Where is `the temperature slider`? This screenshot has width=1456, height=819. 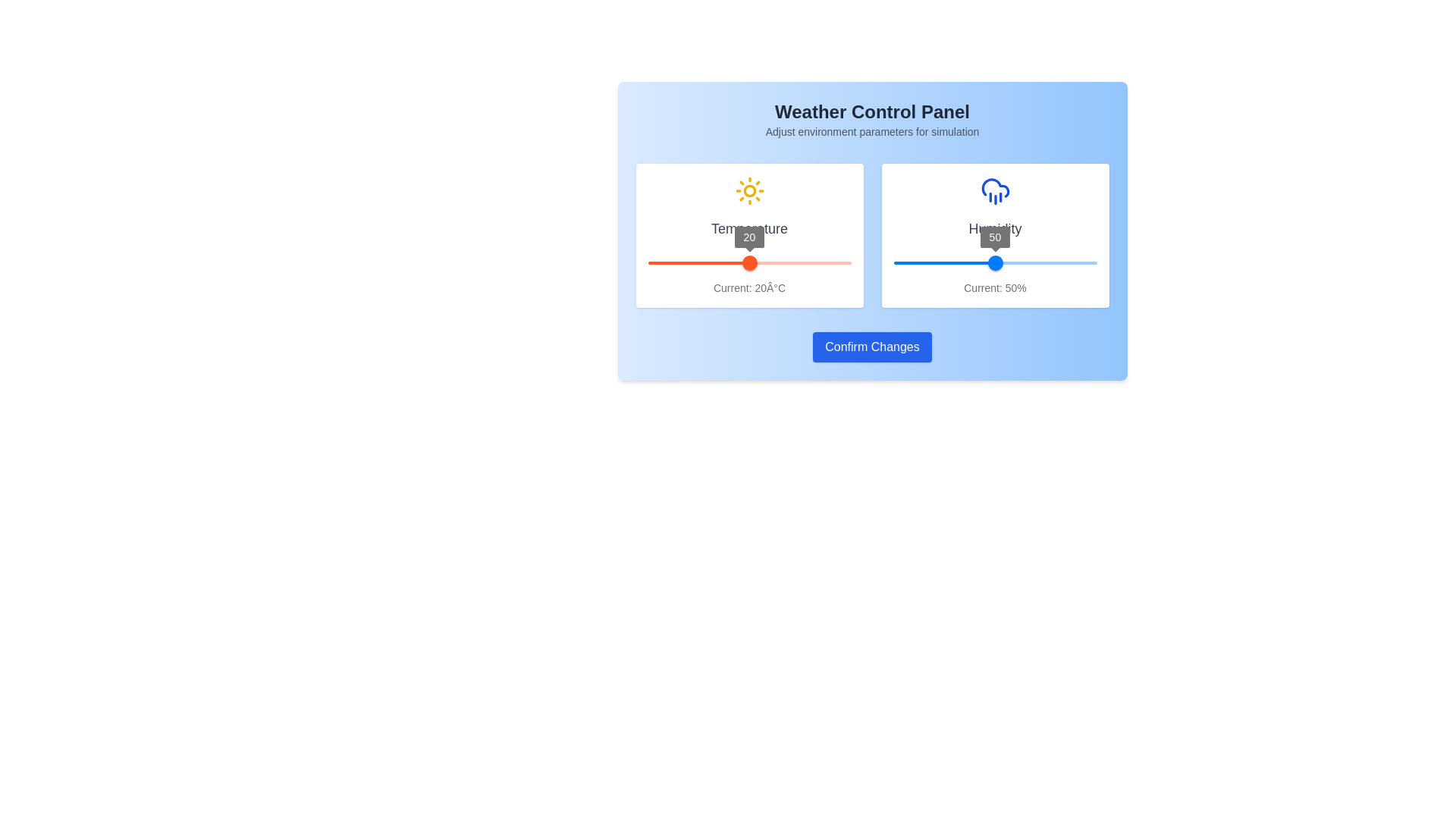
the temperature slider is located at coordinates (673, 262).